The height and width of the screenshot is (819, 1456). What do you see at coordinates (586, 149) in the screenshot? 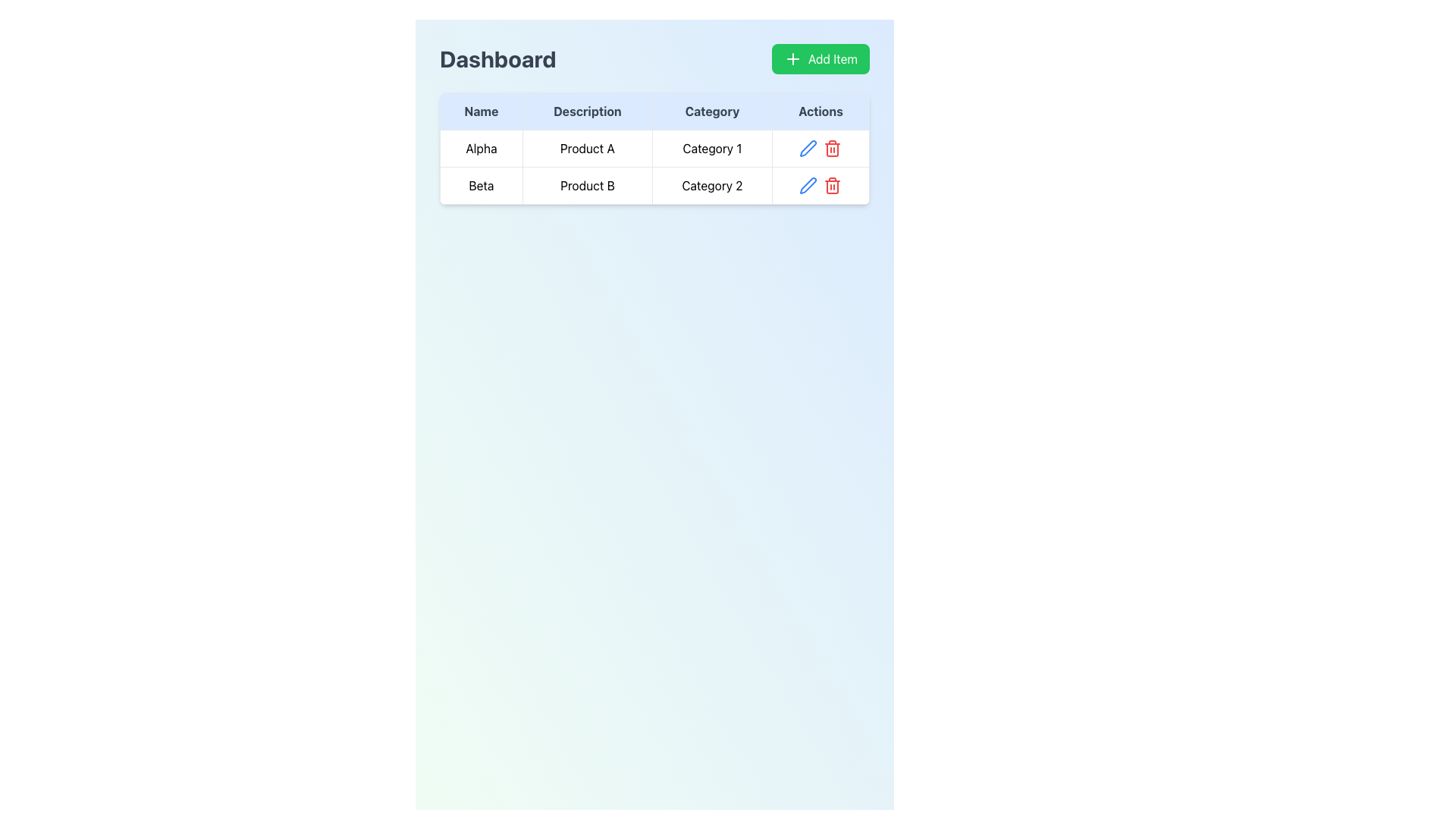
I see `text content of the Text Label located in the second column of the first row of a table-like structure` at bounding box center [586, 149].